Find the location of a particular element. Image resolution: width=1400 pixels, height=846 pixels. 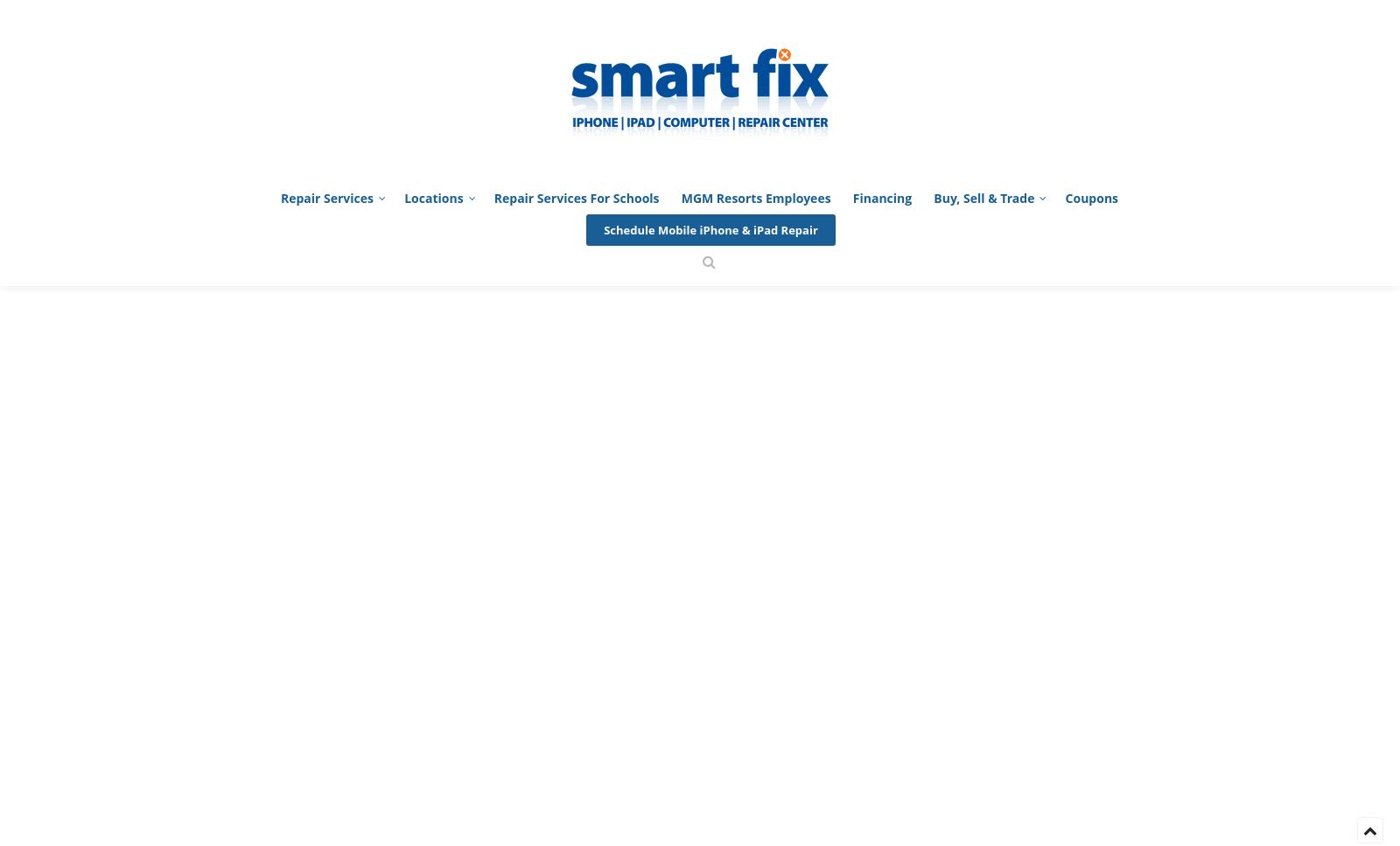

'Schedule Mobile iPhone & iPad Repair' is located at coordinates (709, 229).